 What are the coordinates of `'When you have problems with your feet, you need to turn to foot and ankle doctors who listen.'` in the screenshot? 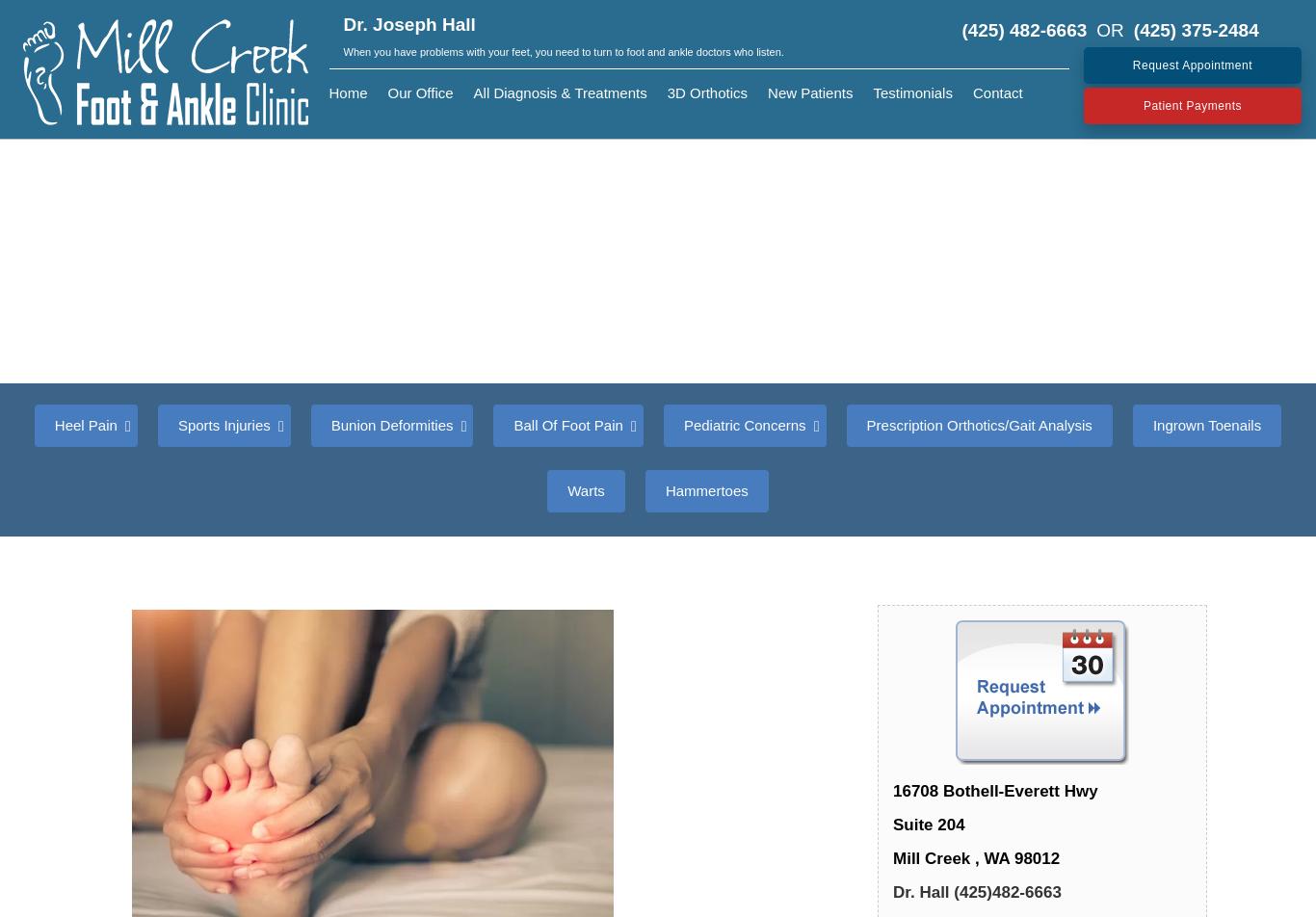 It's located at (562, 51).